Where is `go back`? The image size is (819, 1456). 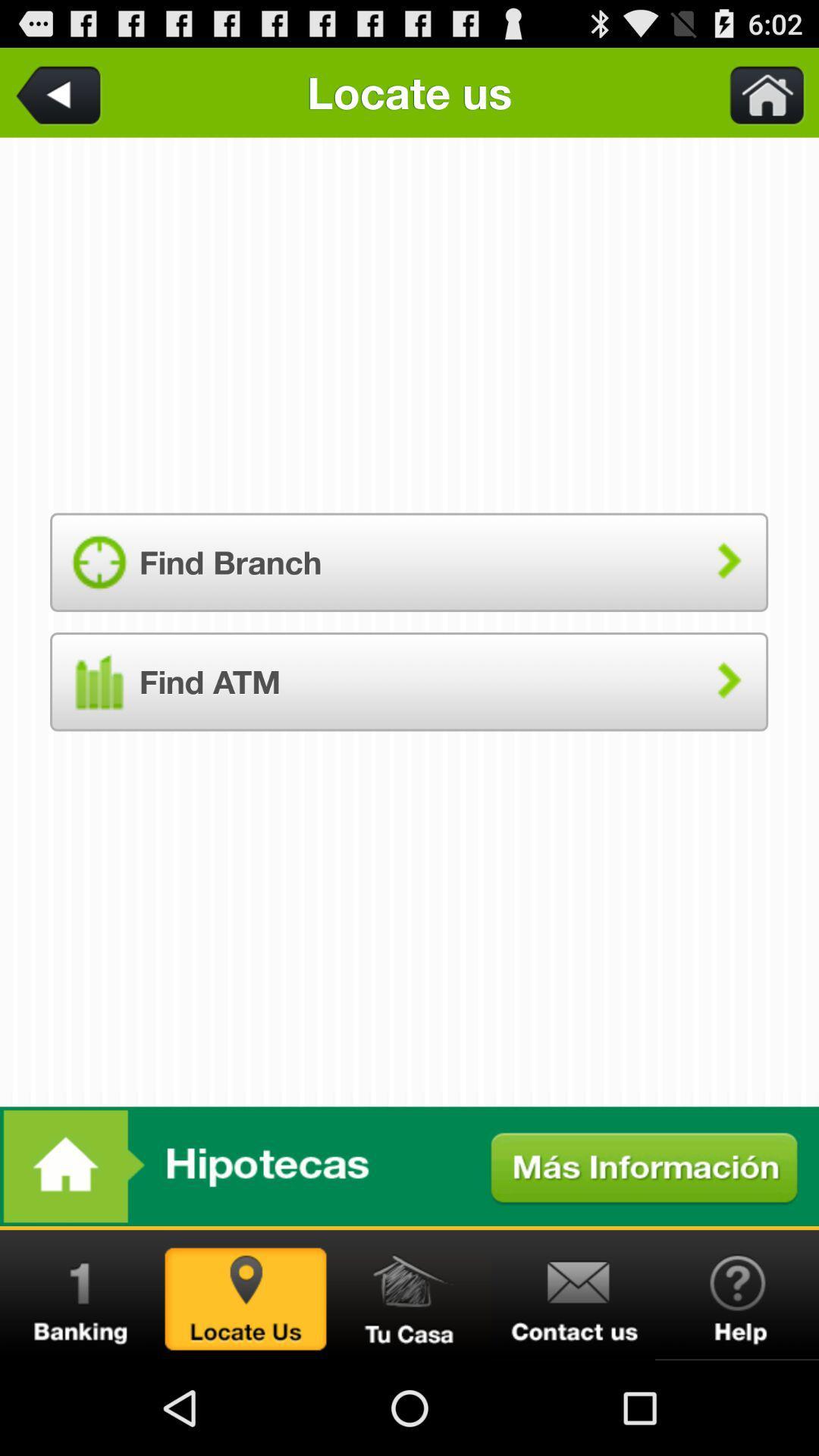
go back is located at coordinates (61, 92).